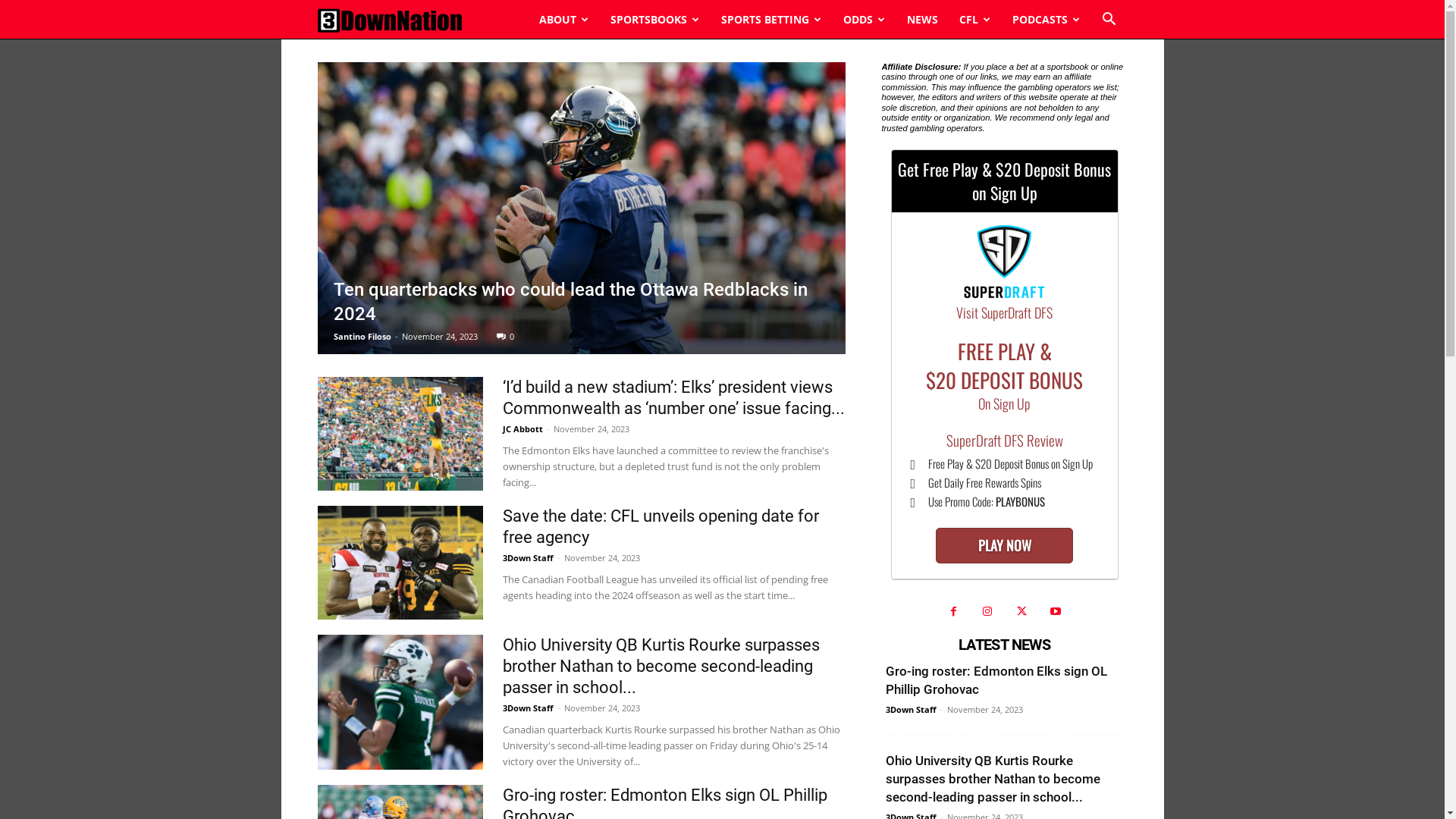 The height and width of the screenshot is (819, 1456). What do you see at coordinates (1054, 611) in the screenshot?
I see `'Youtube'` at bounding box center [1054, 611].